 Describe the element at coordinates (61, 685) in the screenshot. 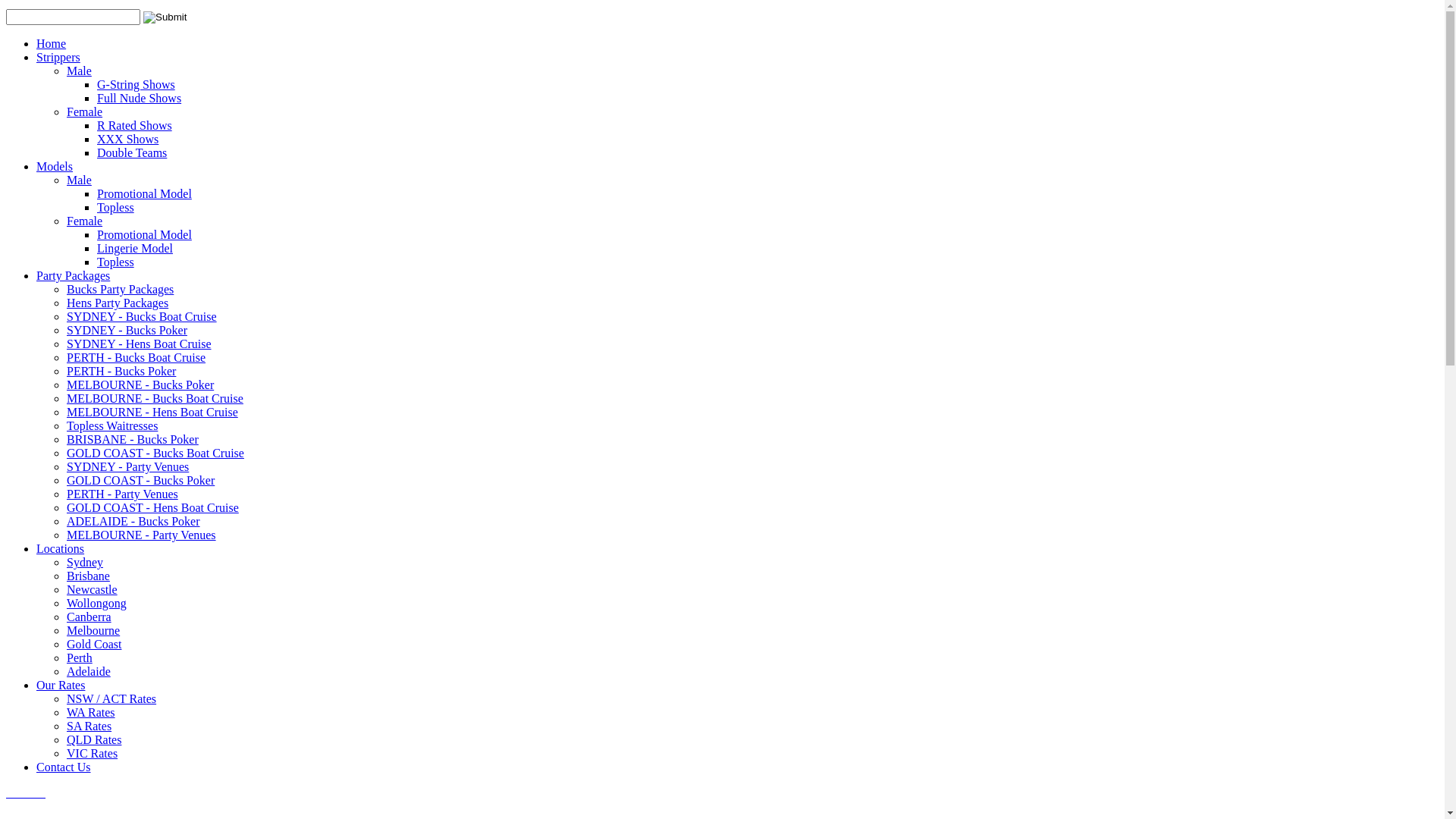

I see `'Our Rates'` at that location.